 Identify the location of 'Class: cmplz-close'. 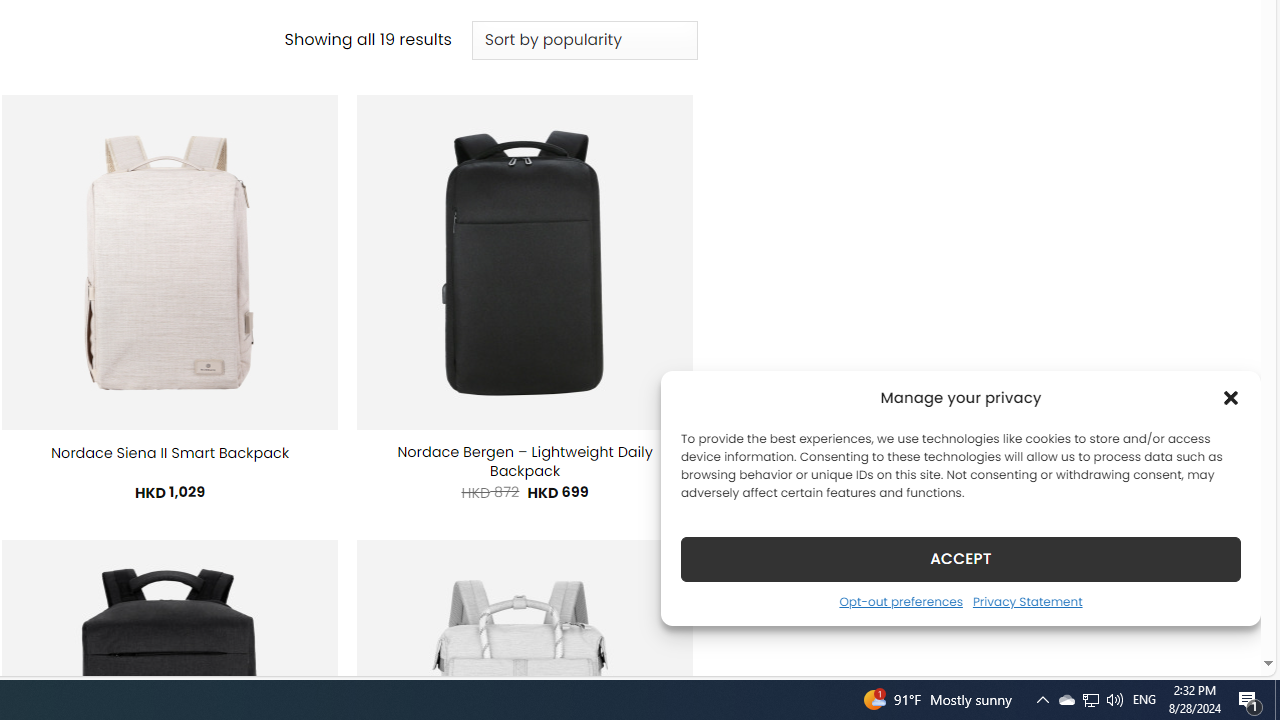
(1230, 397).